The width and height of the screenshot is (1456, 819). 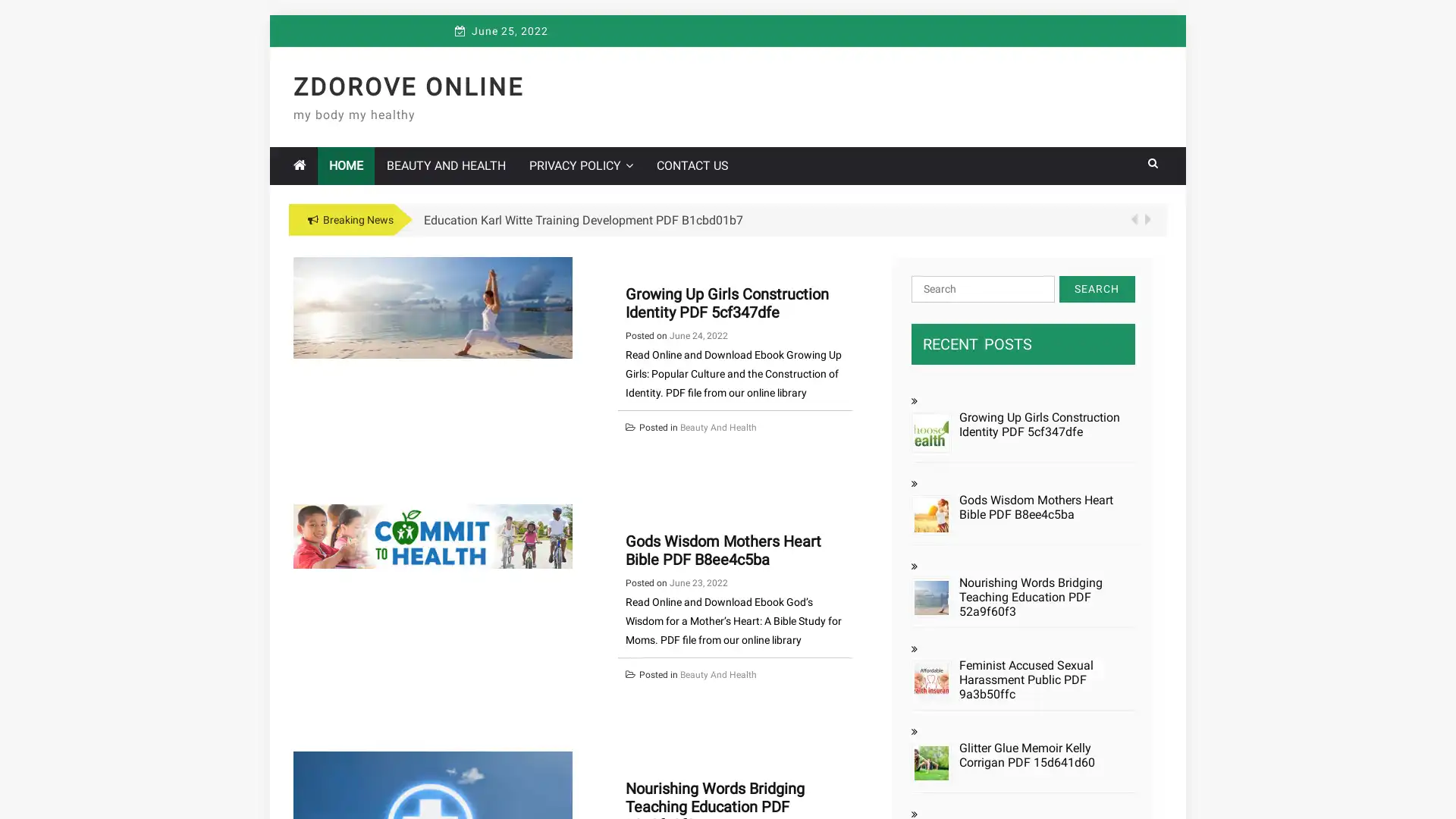 What do you see at coordinates (1096, 288) in the screenshot?
I see `Search` at bounding box center [1096, 288].